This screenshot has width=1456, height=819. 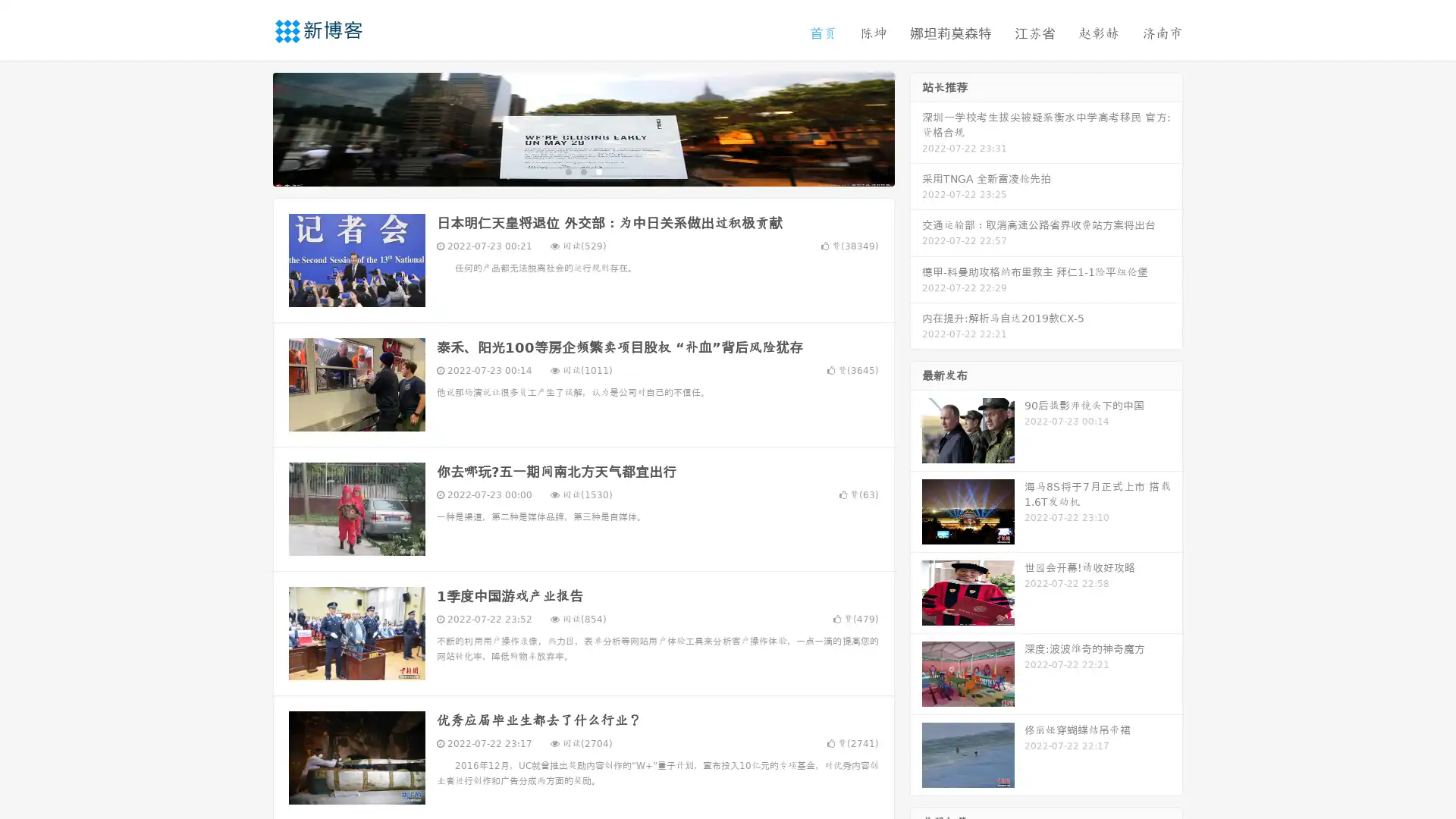 What do you see at coordinates (250, 127) in the screenshot?
I see `Previous slide` at bounding box center [250, 127].